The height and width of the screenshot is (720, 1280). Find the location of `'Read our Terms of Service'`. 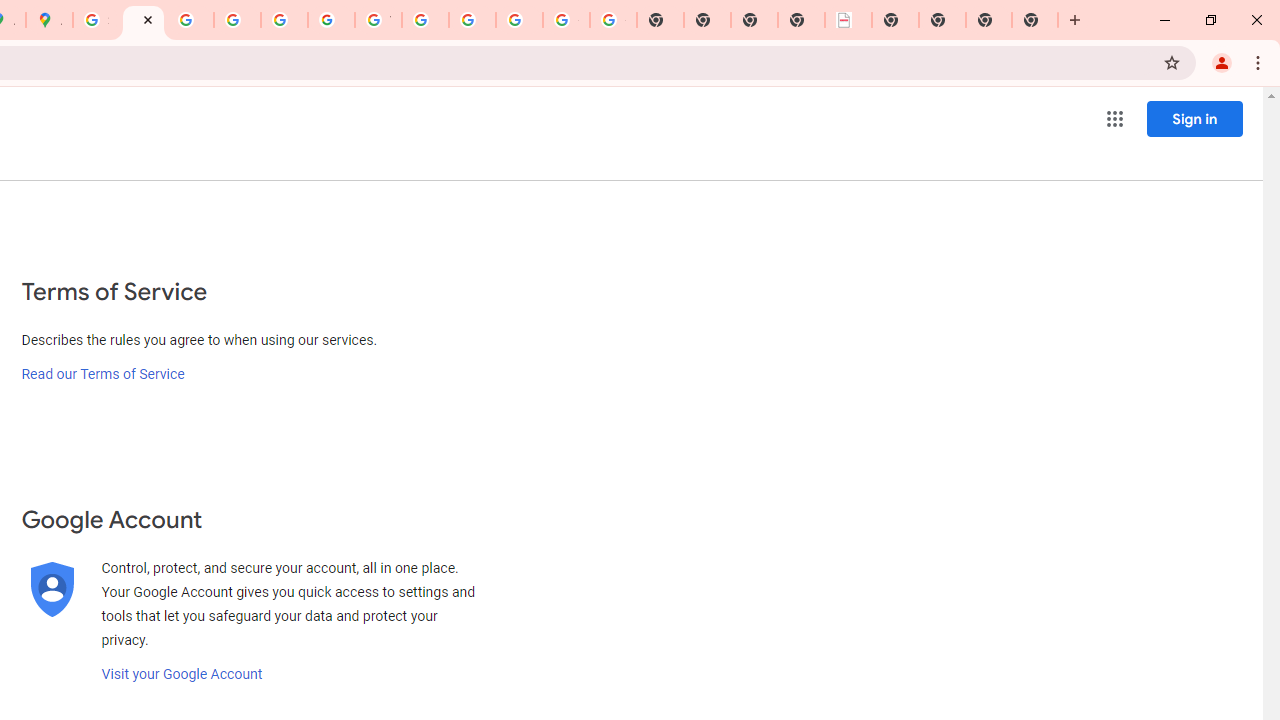

'Read our Terms of Service' is located at coordinates (102, 374).